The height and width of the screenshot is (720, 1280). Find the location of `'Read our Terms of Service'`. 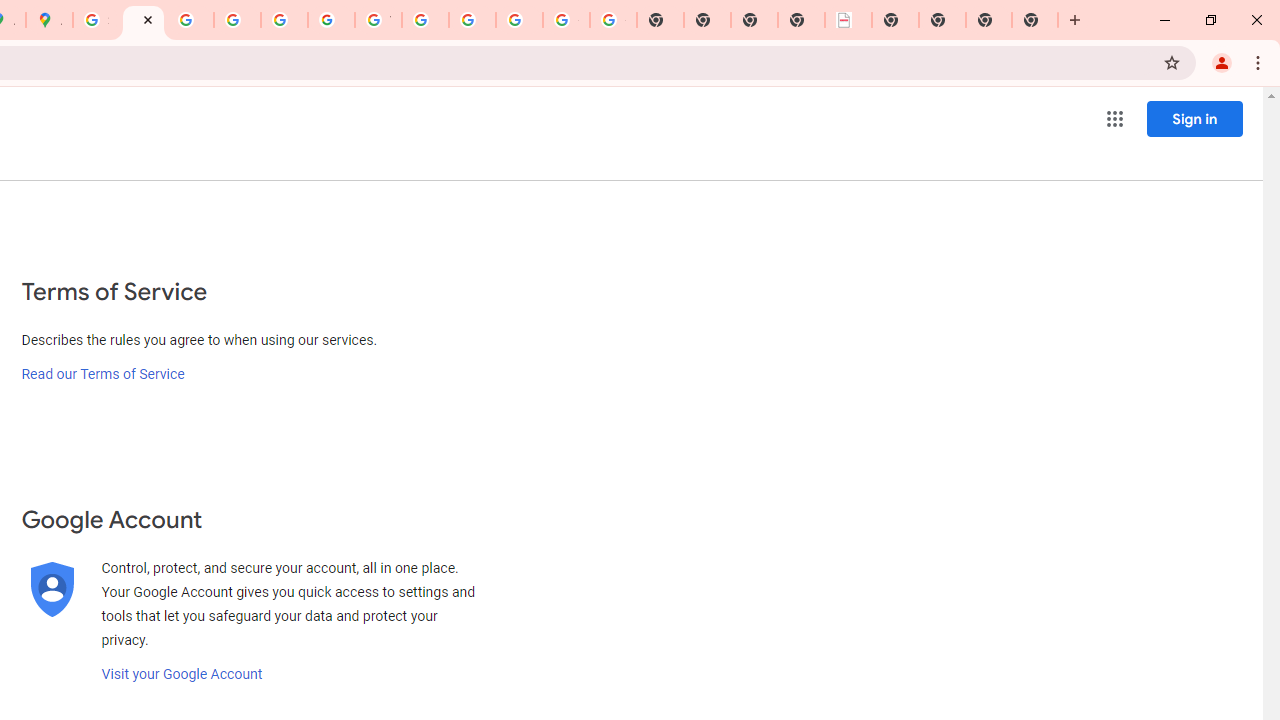

'Read our Terms of Service' is located at coordinates (102, 374).